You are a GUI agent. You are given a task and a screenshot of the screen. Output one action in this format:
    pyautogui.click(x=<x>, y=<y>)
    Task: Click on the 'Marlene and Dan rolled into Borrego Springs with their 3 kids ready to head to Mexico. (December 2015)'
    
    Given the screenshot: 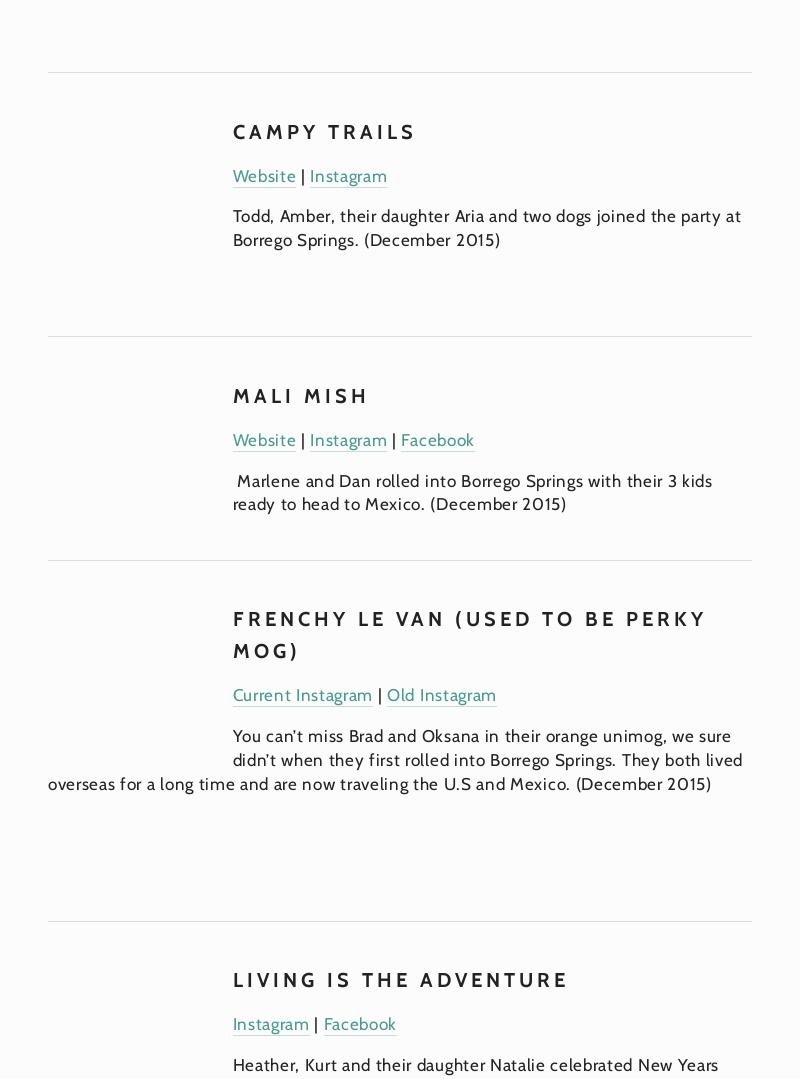 What is the action you would take?
    pyautogui.click(x=474, y=491)
    